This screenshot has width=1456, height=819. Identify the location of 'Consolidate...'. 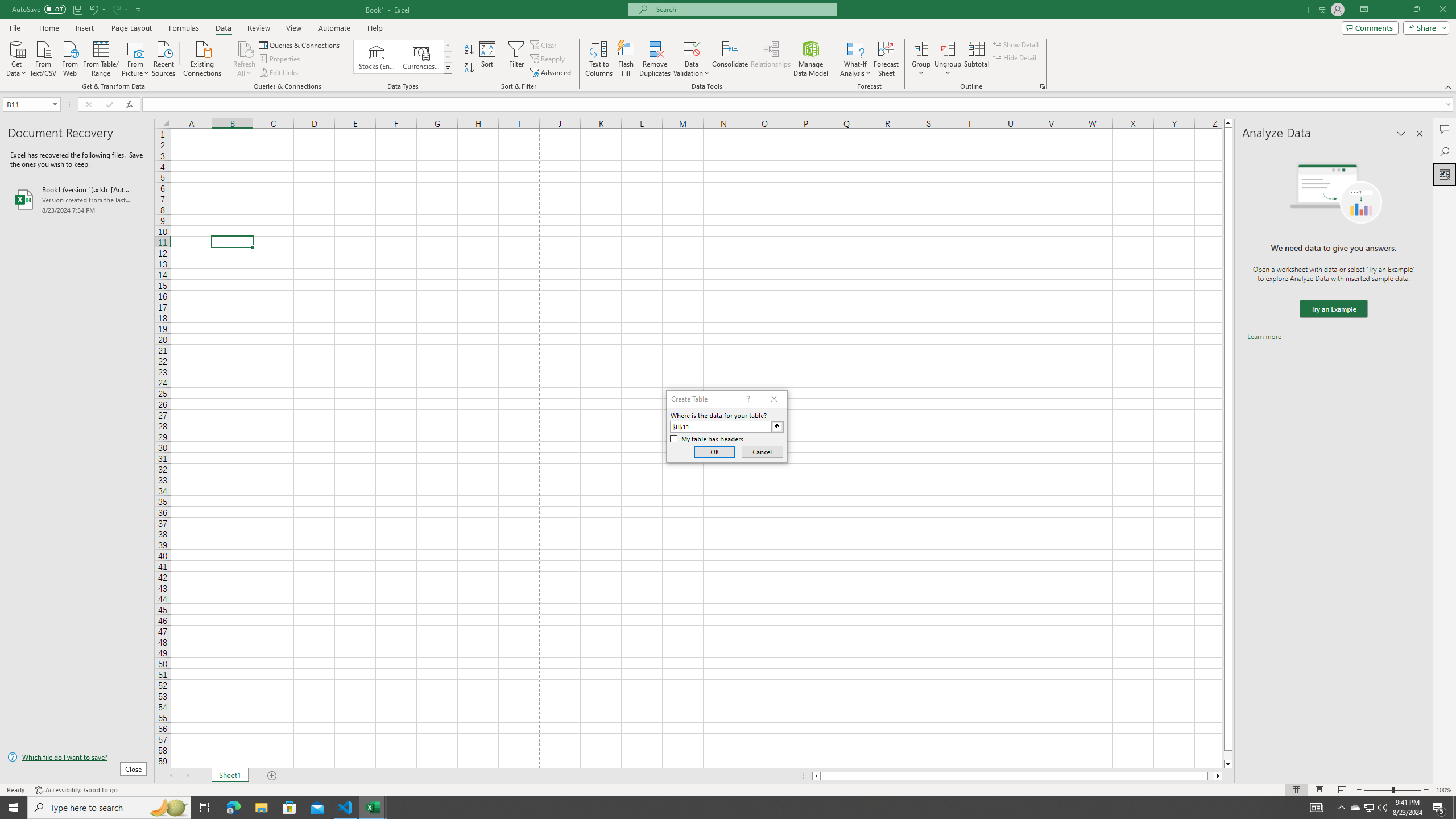
(730, 59).